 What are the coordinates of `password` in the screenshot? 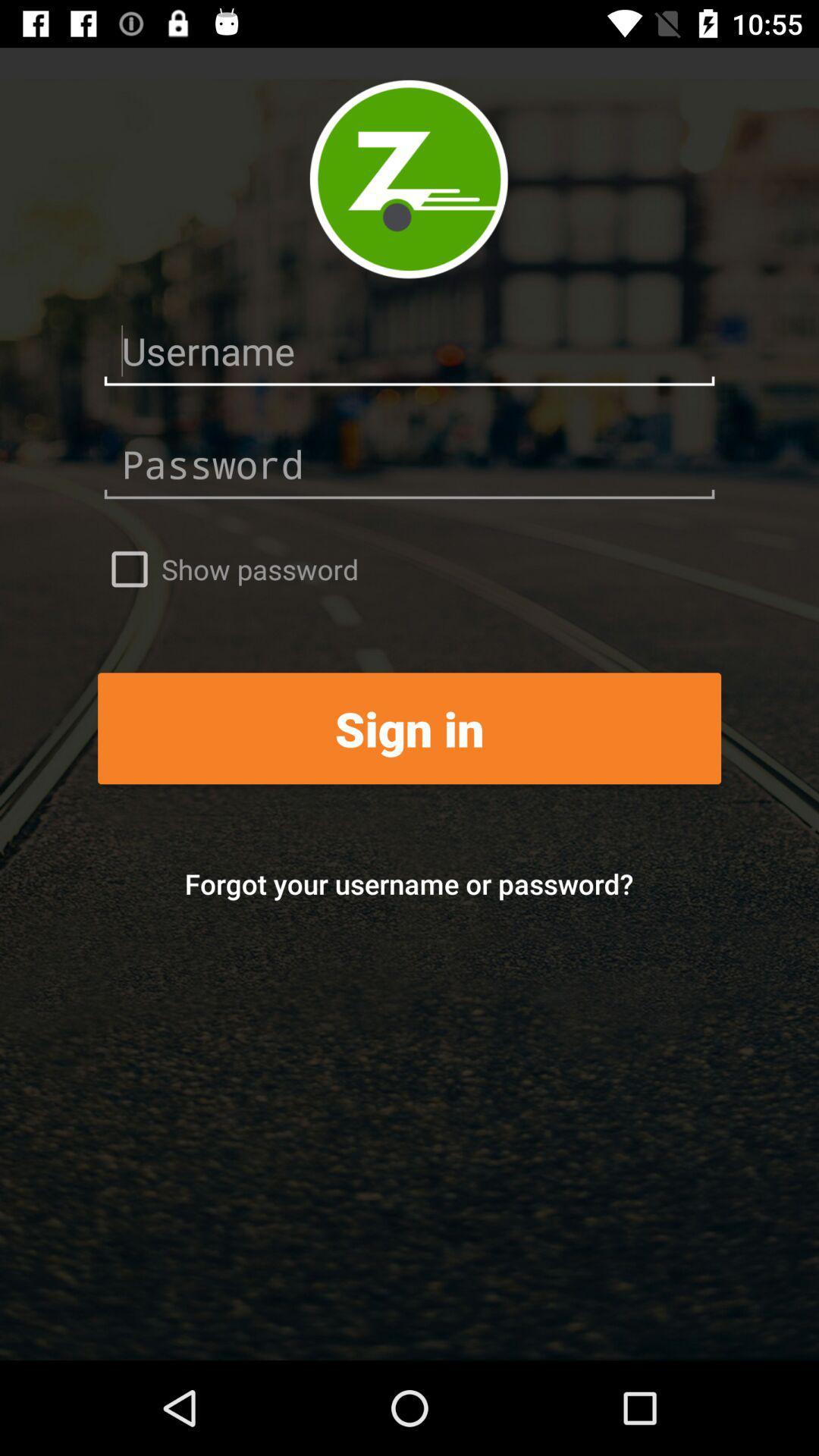 It's located at (409, 464).